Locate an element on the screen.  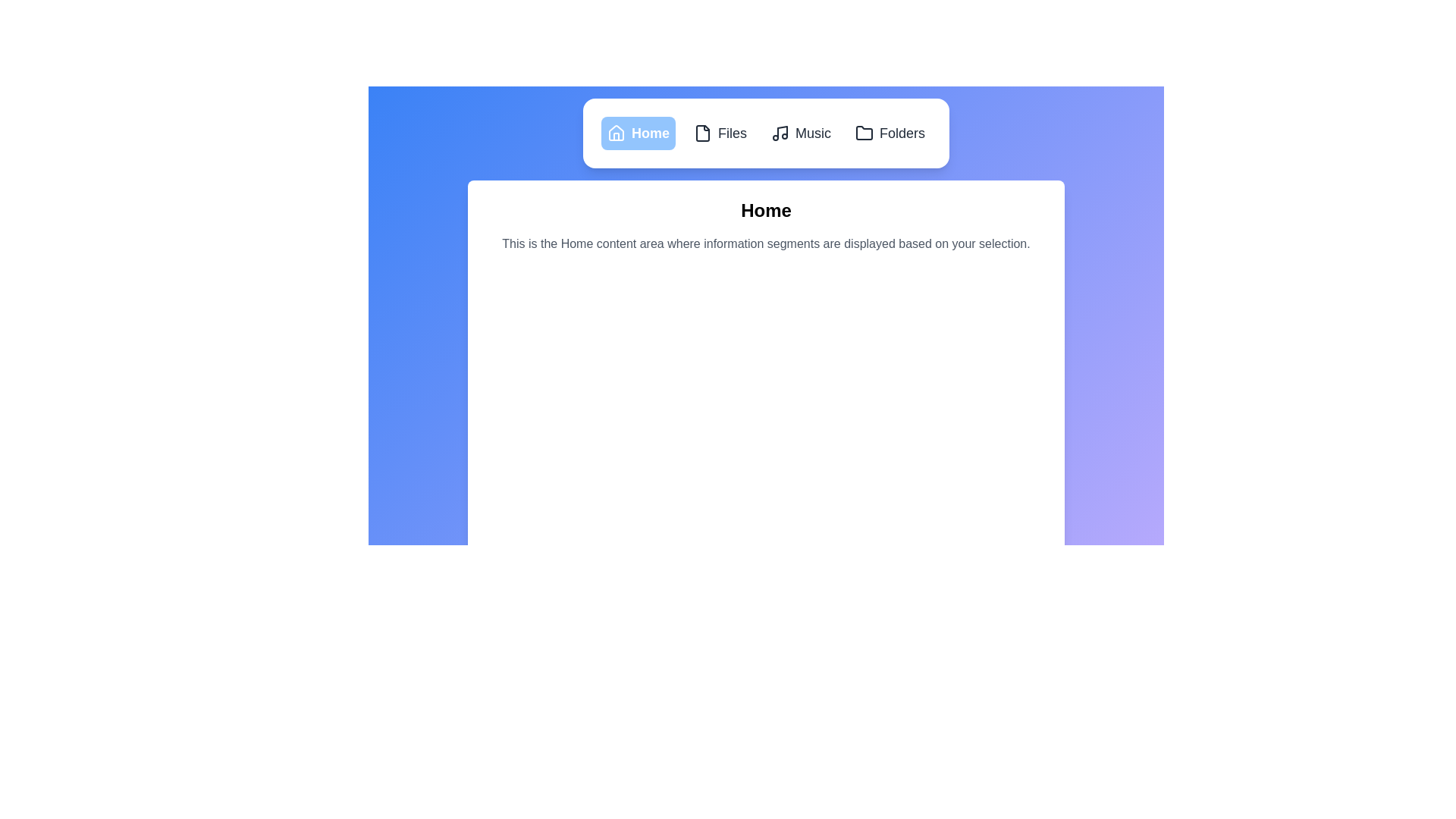
the Files tab to observe visual feedback is located at coordinates (720, 133).